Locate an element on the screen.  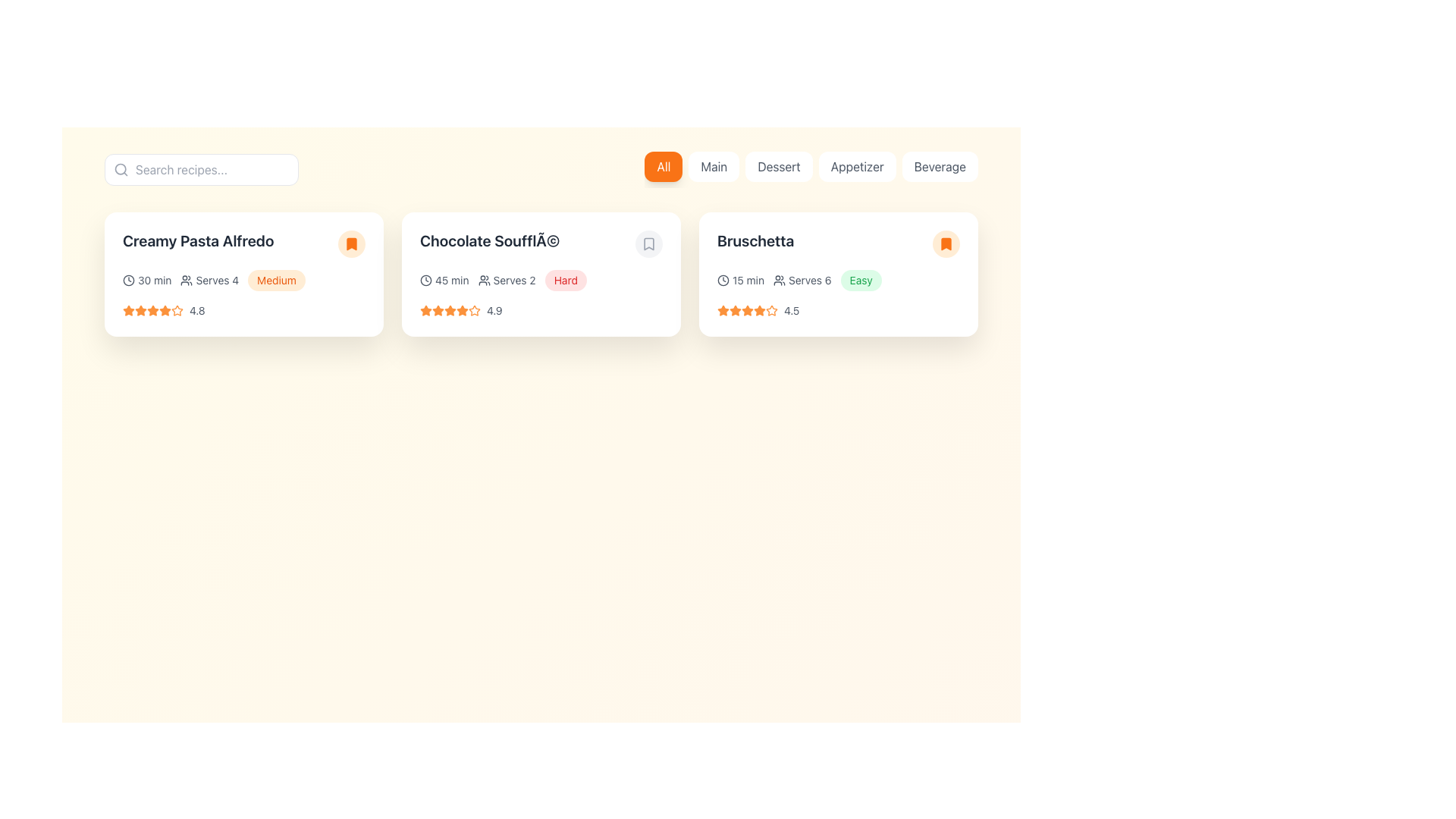
the preparation time icon-text pair in the recipe details card for 'Bruschetta', which is the first element in a horizontal flexbox layout is located at coordinates (741, 281).